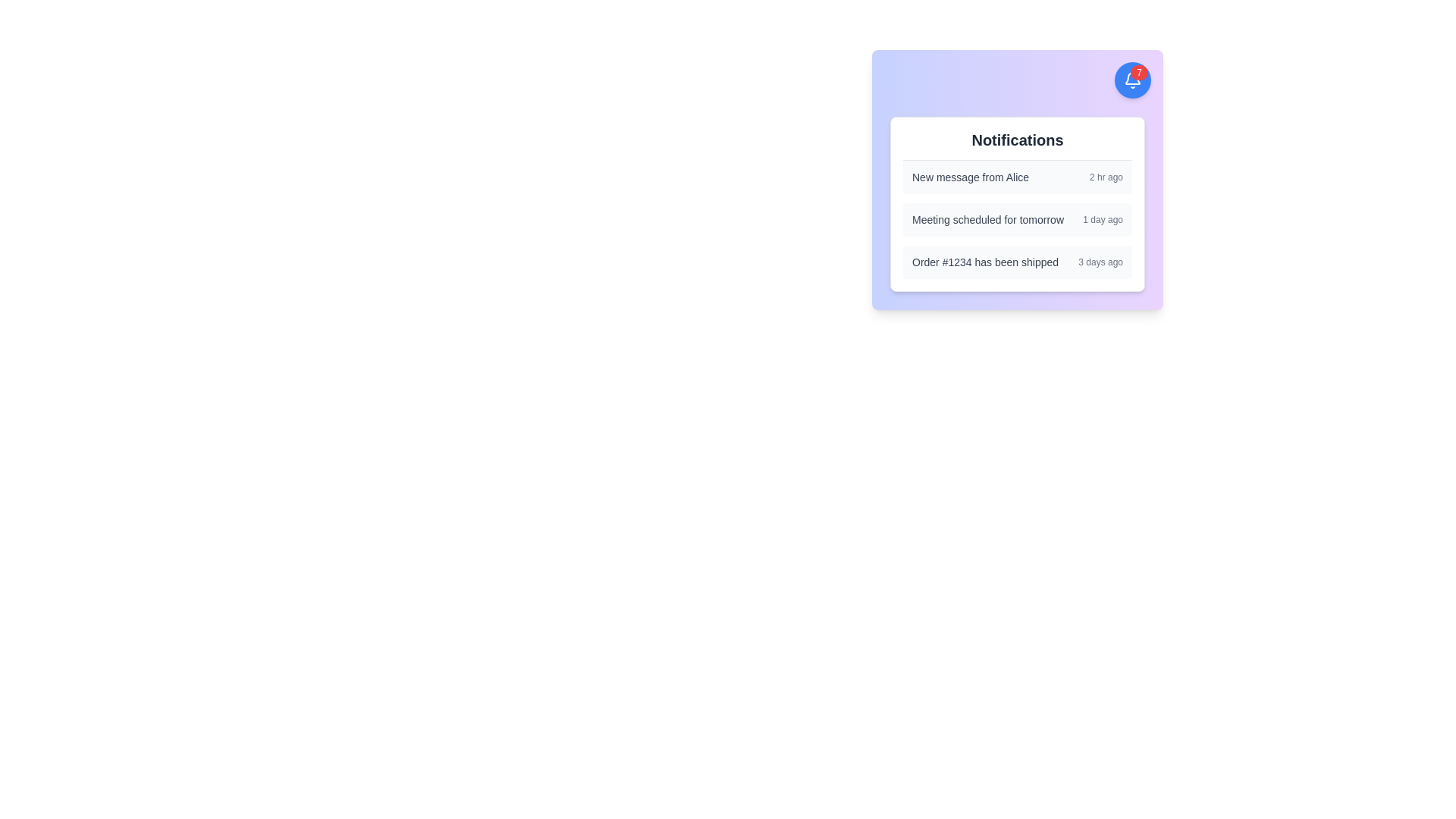 The height and width of the screenshot is (819, 1456). I want to click on the gray text label displaying '3 days ago', located in the 'Order #1234 has been shipped' notification box, so click(1100, 262).